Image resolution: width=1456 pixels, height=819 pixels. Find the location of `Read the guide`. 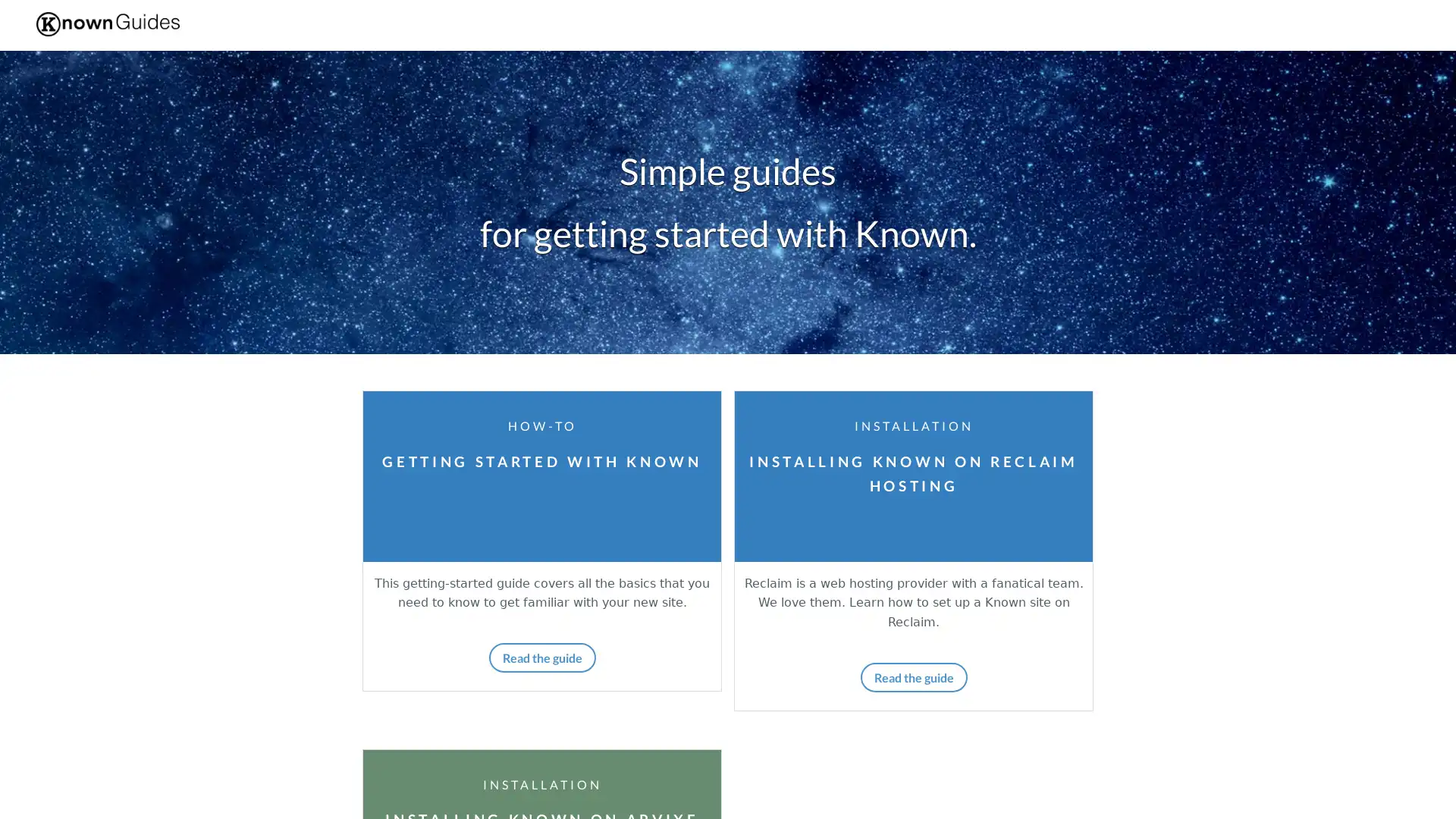

Read the guide is located at coordinates (912, 676).